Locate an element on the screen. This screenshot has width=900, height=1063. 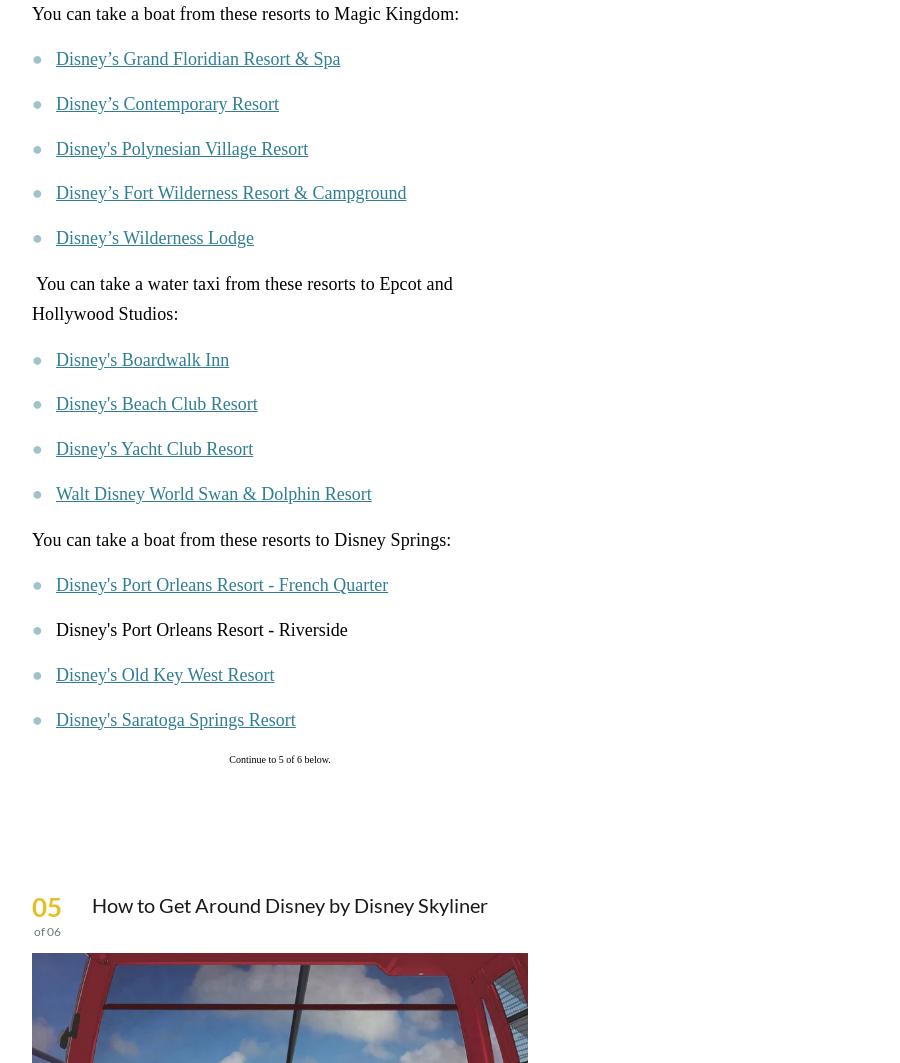
'Disney’s Contemporary Resort' is located at coordinates (167, 103).